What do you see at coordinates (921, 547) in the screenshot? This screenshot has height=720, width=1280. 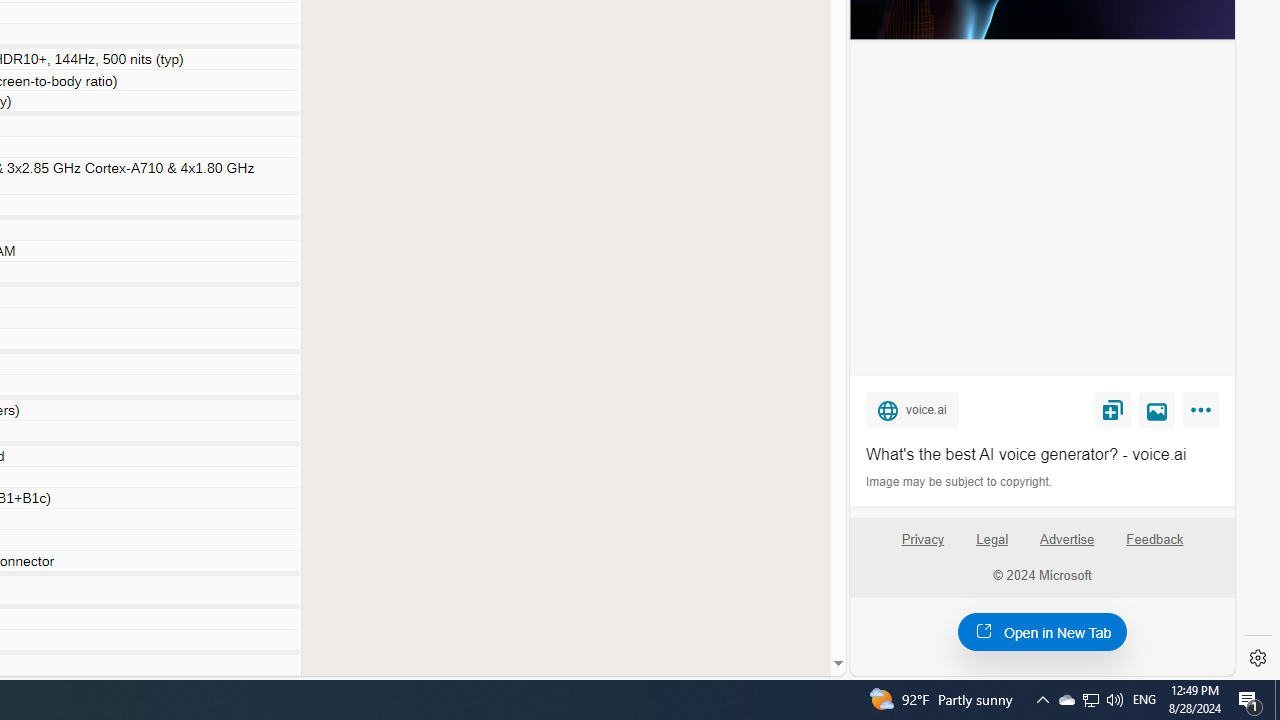 I see `'Privacy'` at bounding box center [921, 547].